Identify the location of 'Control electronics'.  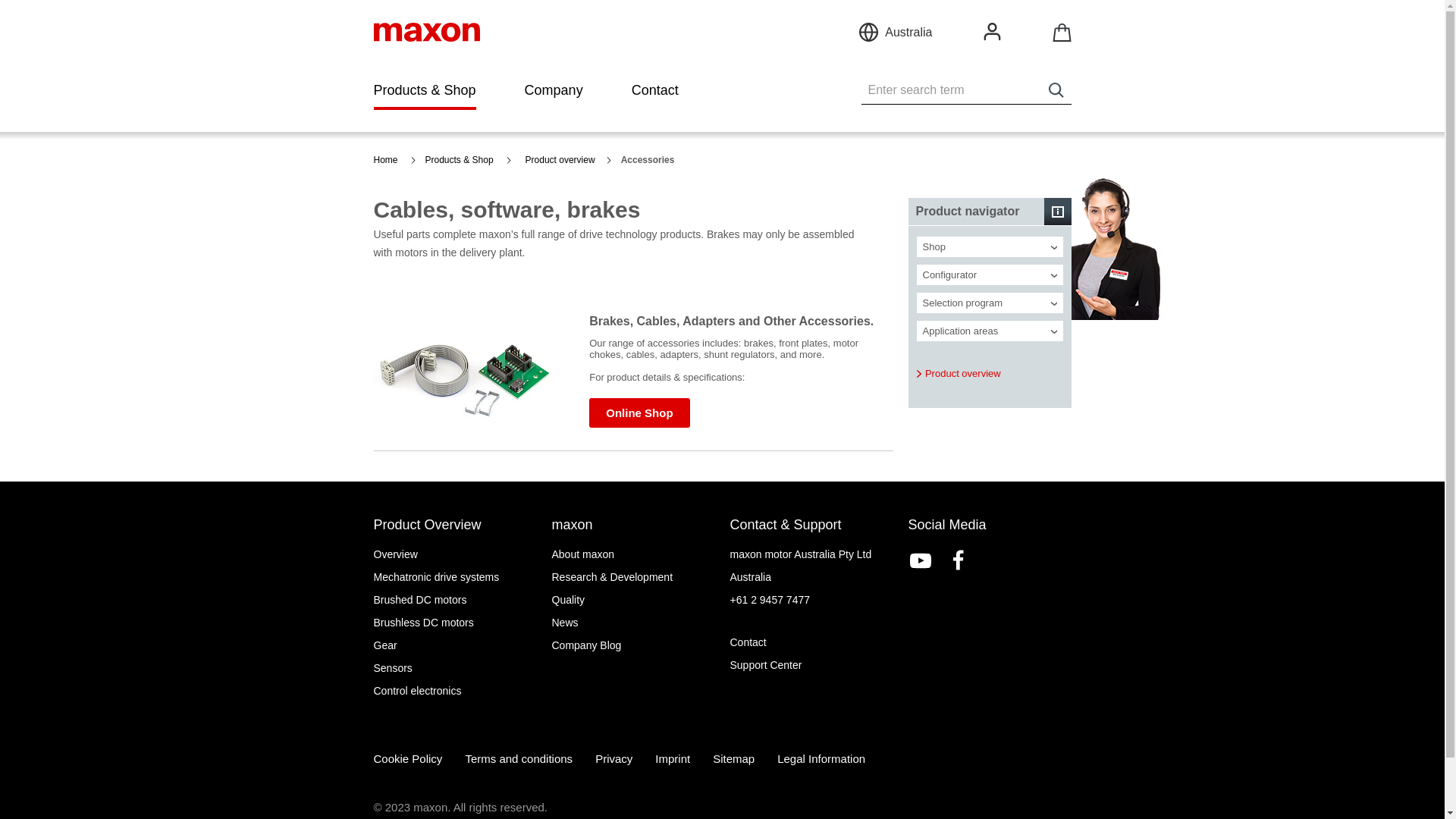
(372, 690).